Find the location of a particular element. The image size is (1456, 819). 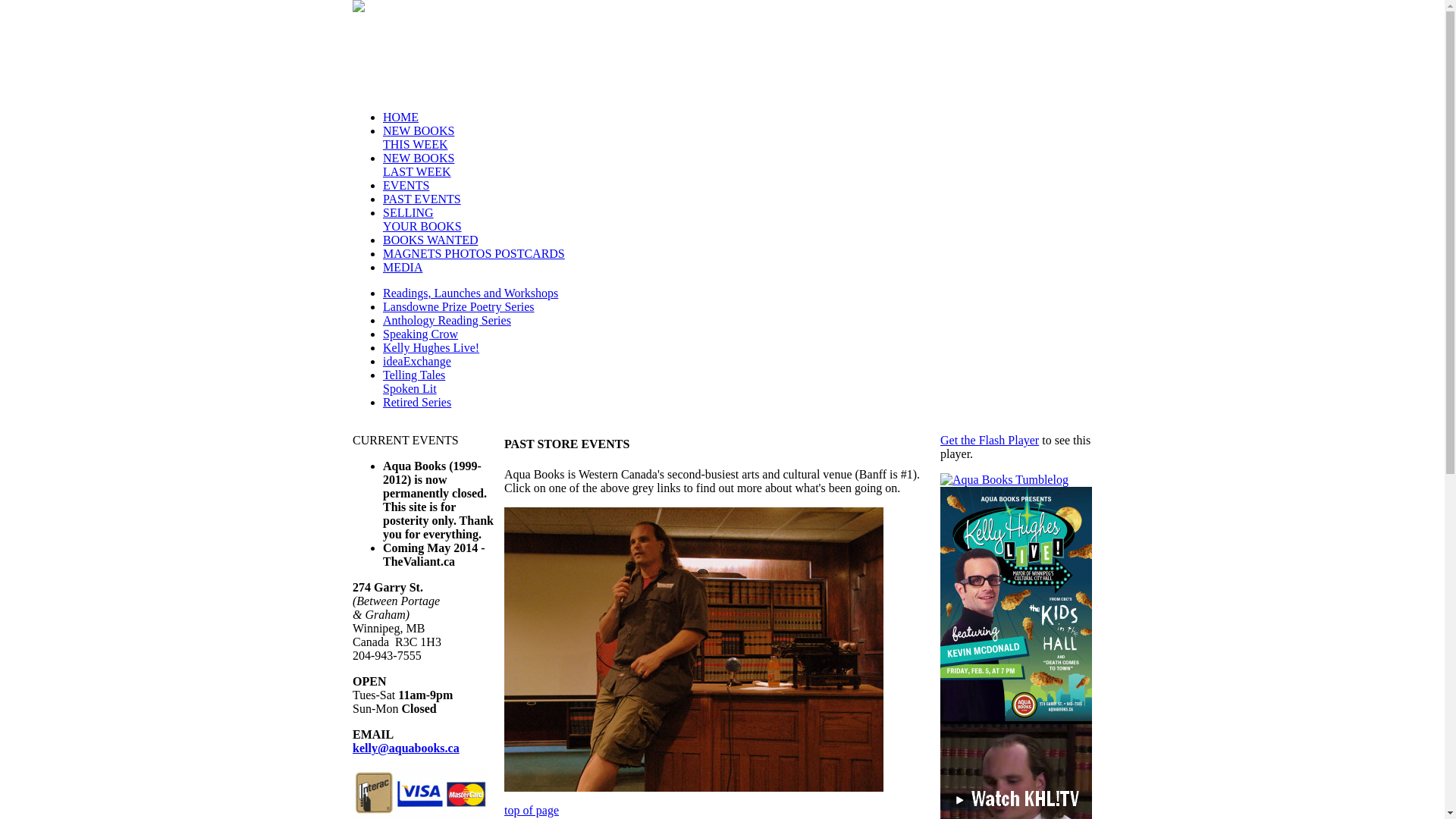

'Lansdowne Prize Poetry Series' is located at coordinates (457, 306).